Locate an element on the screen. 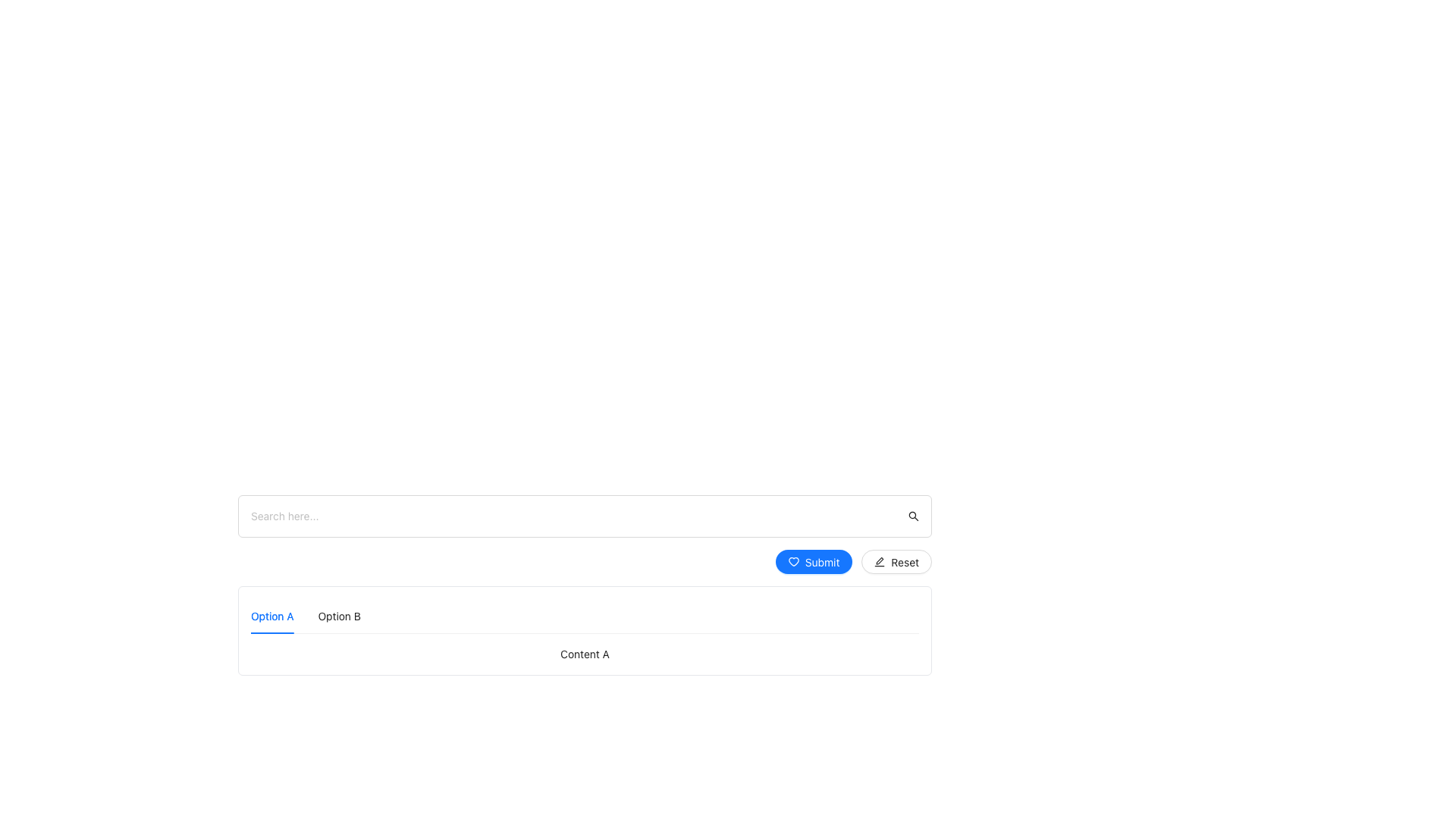  the button labeled by the text label that triggers a submission action, located as the first button on the right of a horizontal list of actions below a search bar is located at coordinates (821, 561).